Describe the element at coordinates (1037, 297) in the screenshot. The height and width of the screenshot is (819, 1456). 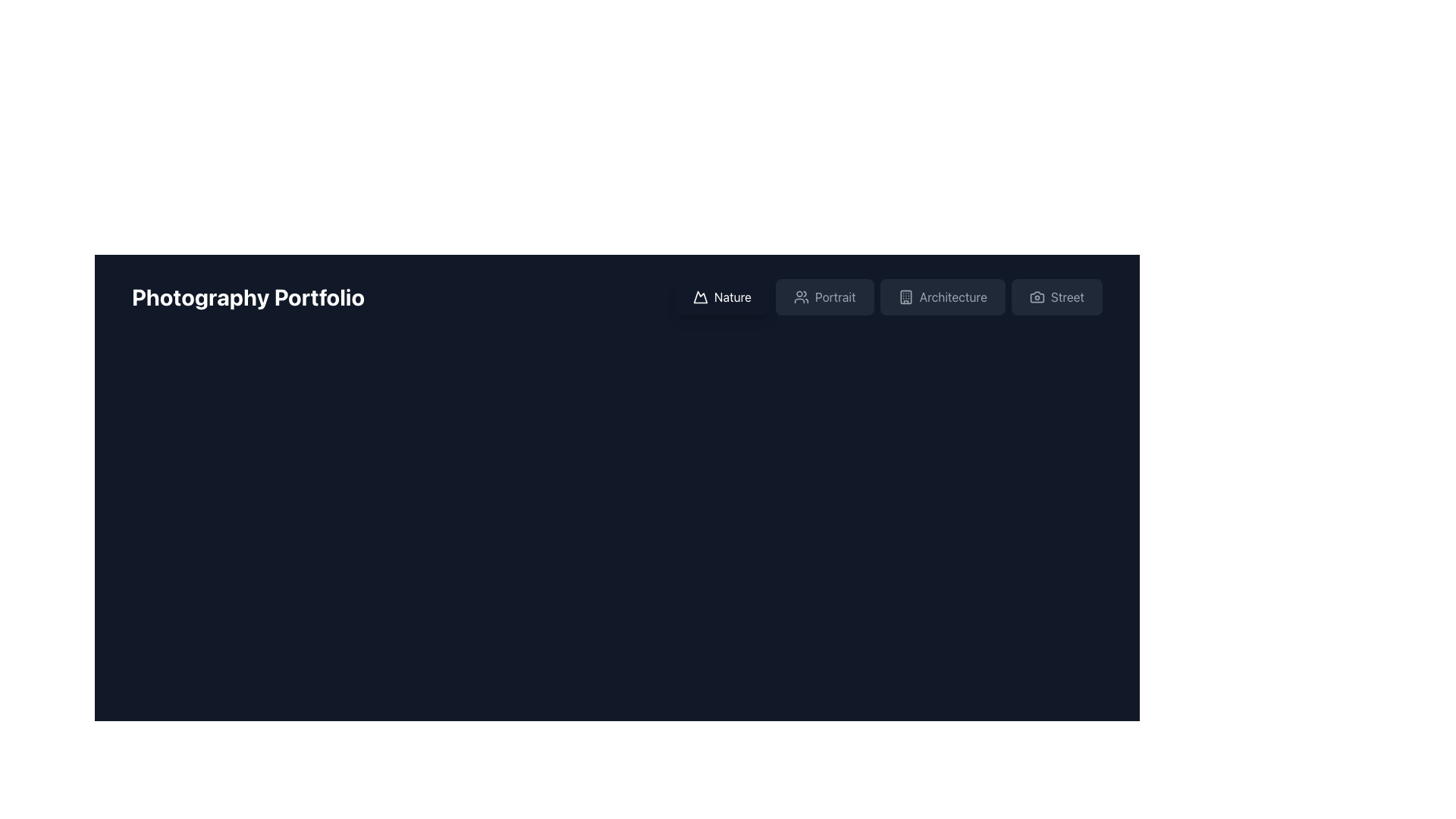
I see `the camera-shaped icon within the 'Street' button to filter content related to street photography` at that location.